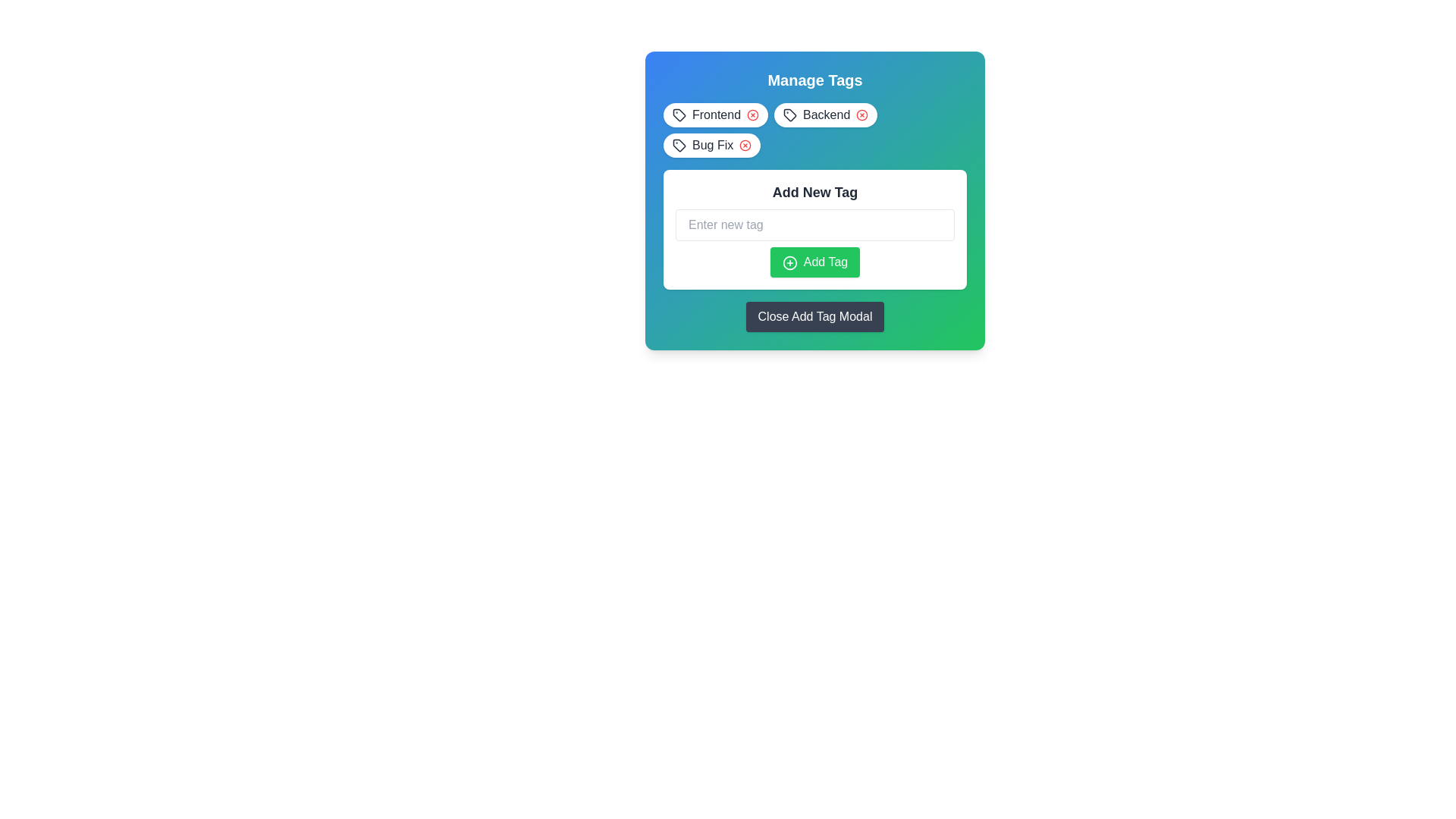 The width and height of the screenshot is (1456, 819). I want to click on the 'Add Tag' button, which is a rectangular button with a green background and white text, located in the 'Add New Tag' modal, below the 'Enter new tag' input field, so click(814, 262).